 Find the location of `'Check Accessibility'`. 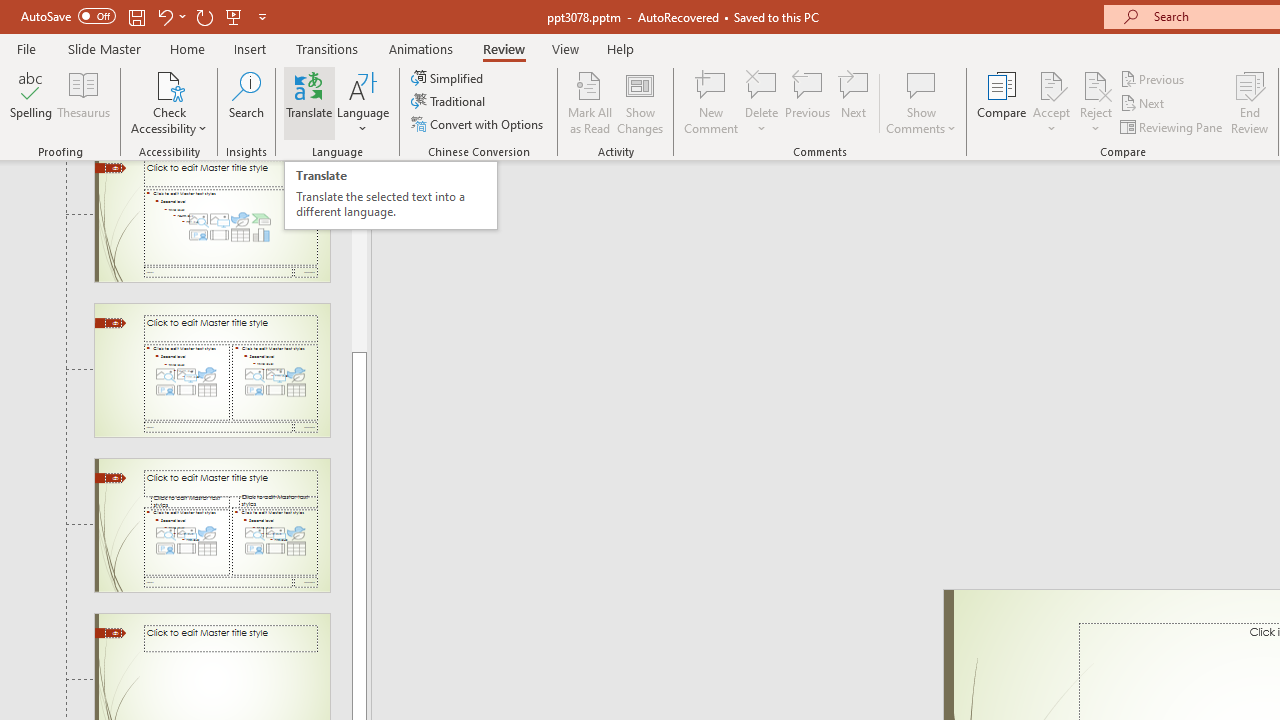

'Check Accessibility' is located at coordinates (169, 84).